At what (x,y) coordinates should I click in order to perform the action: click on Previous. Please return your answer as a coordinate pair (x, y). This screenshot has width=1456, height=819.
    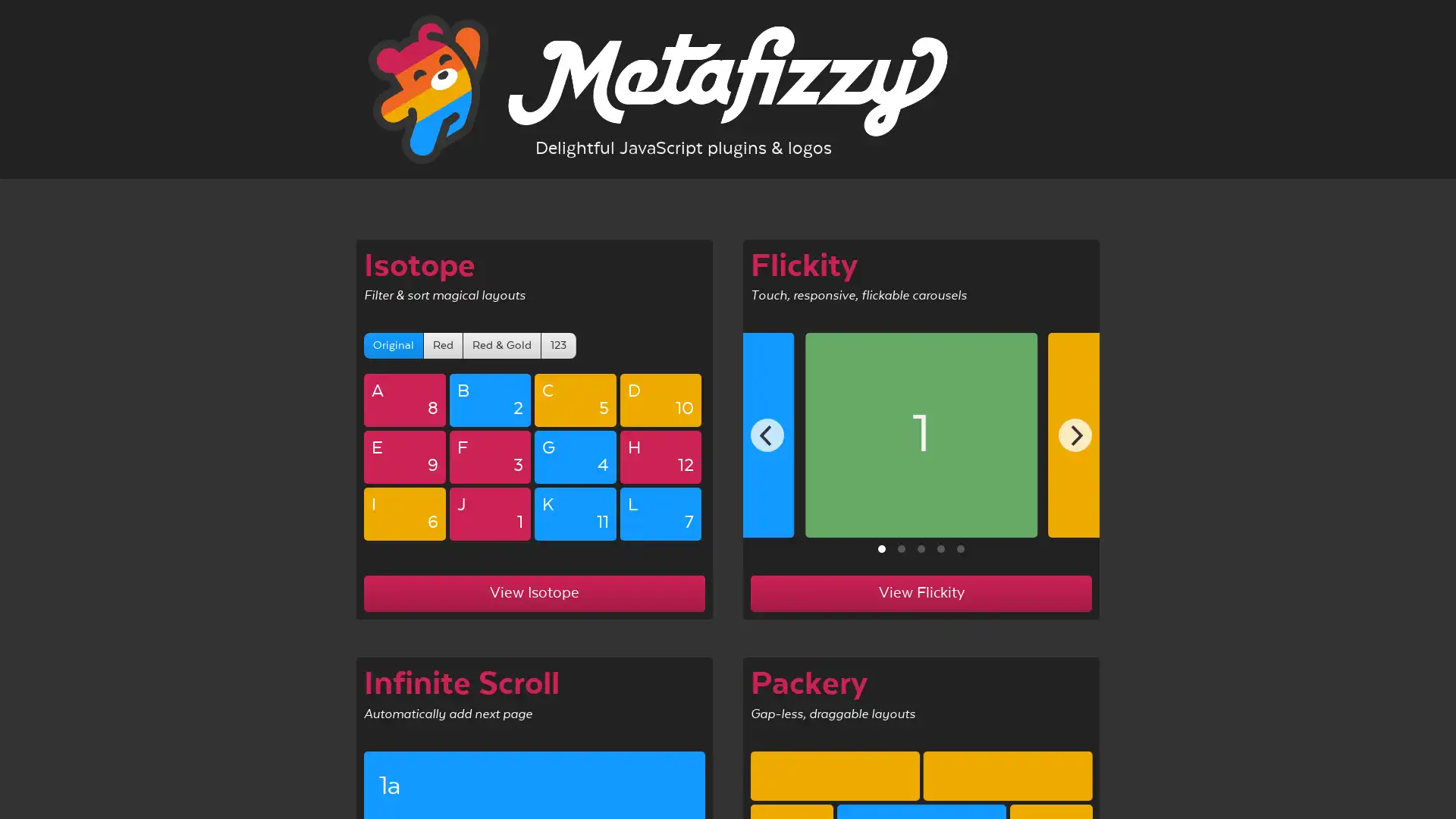
    Looking at the image, I should click on (767, 435).